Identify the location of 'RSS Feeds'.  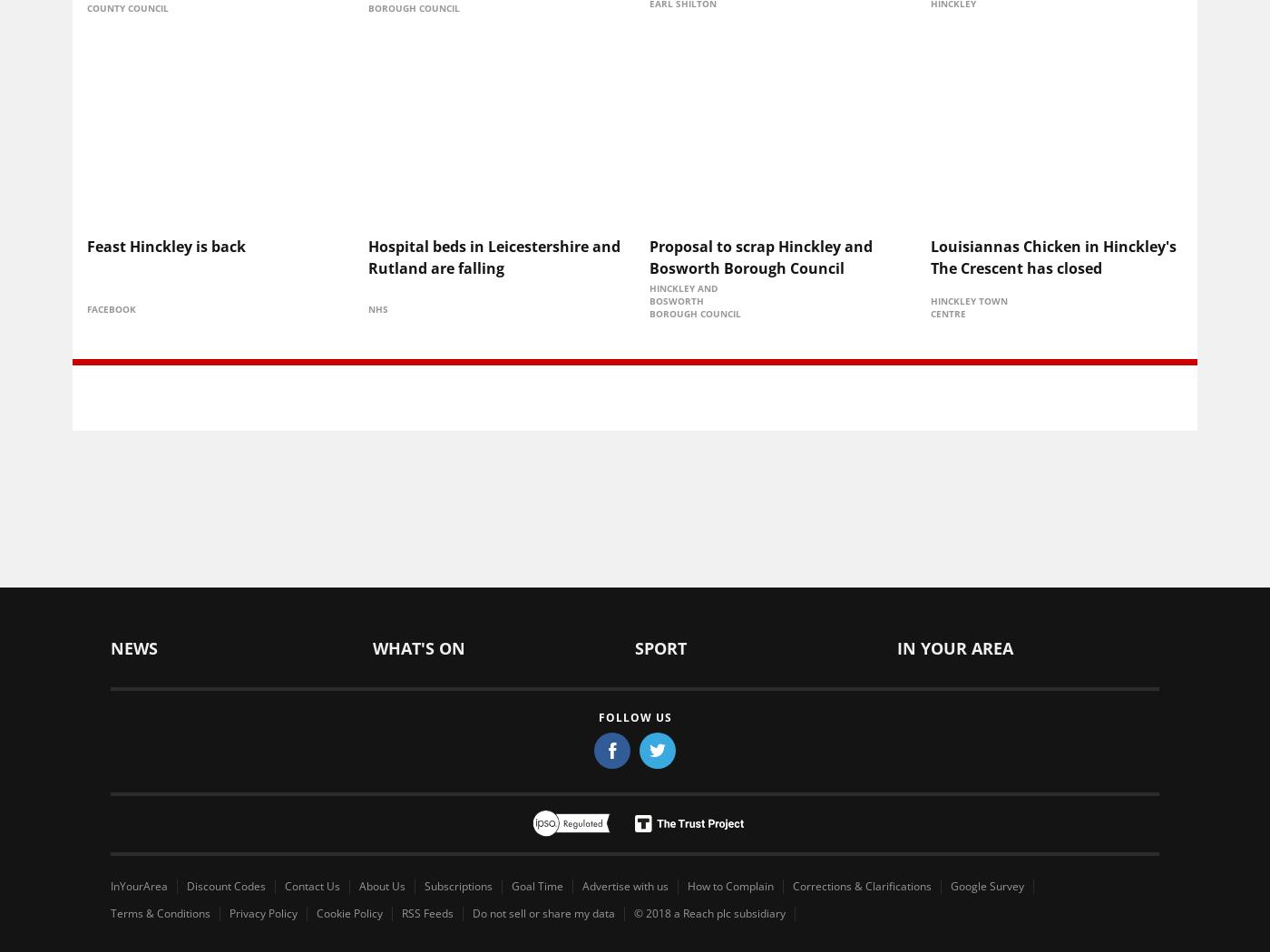
(427, 911).